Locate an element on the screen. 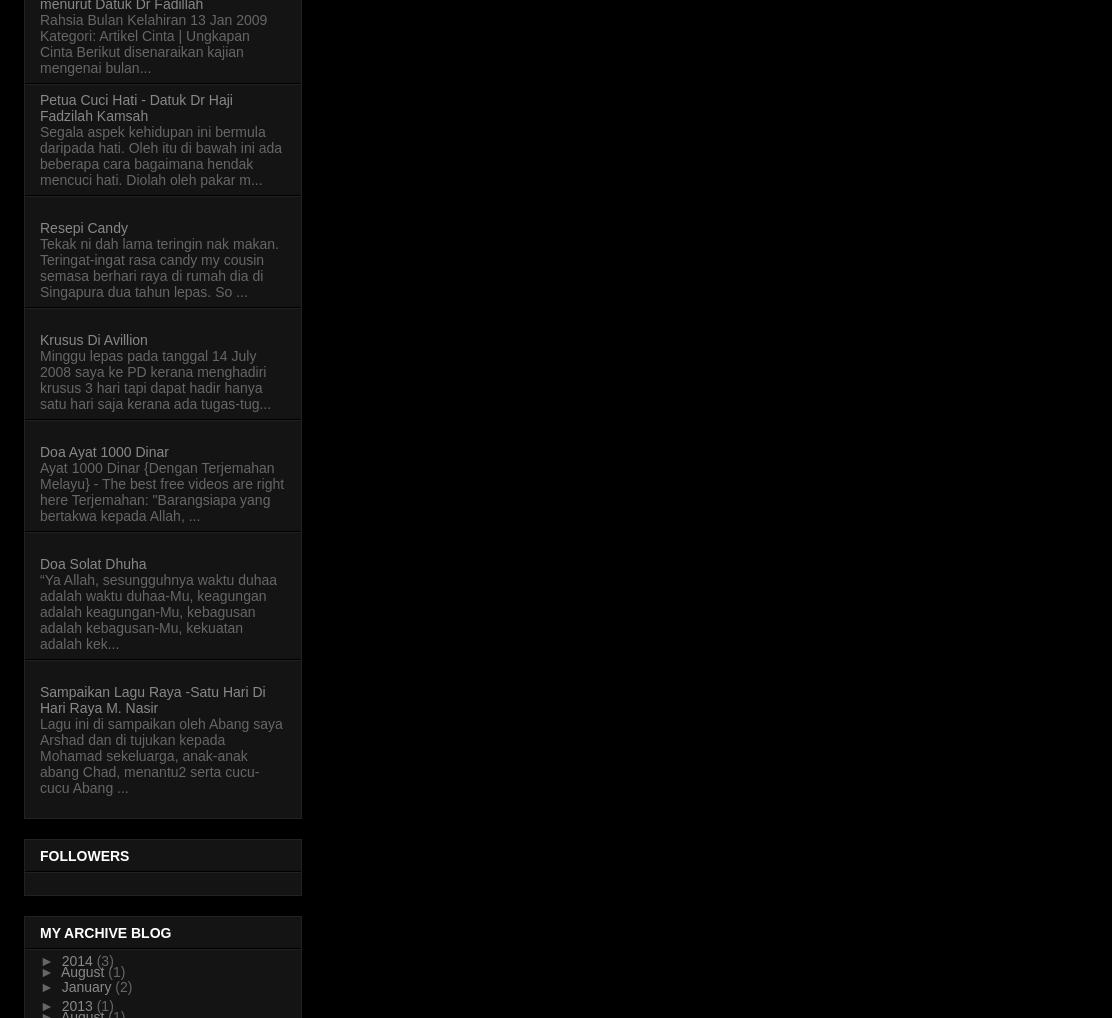 This screenshot has height=1018, width=1112. 'Sampaikan Lagu Raya -Satu Hari Di Hari Raya M. Nasir' is located at coordinates (40, 698).